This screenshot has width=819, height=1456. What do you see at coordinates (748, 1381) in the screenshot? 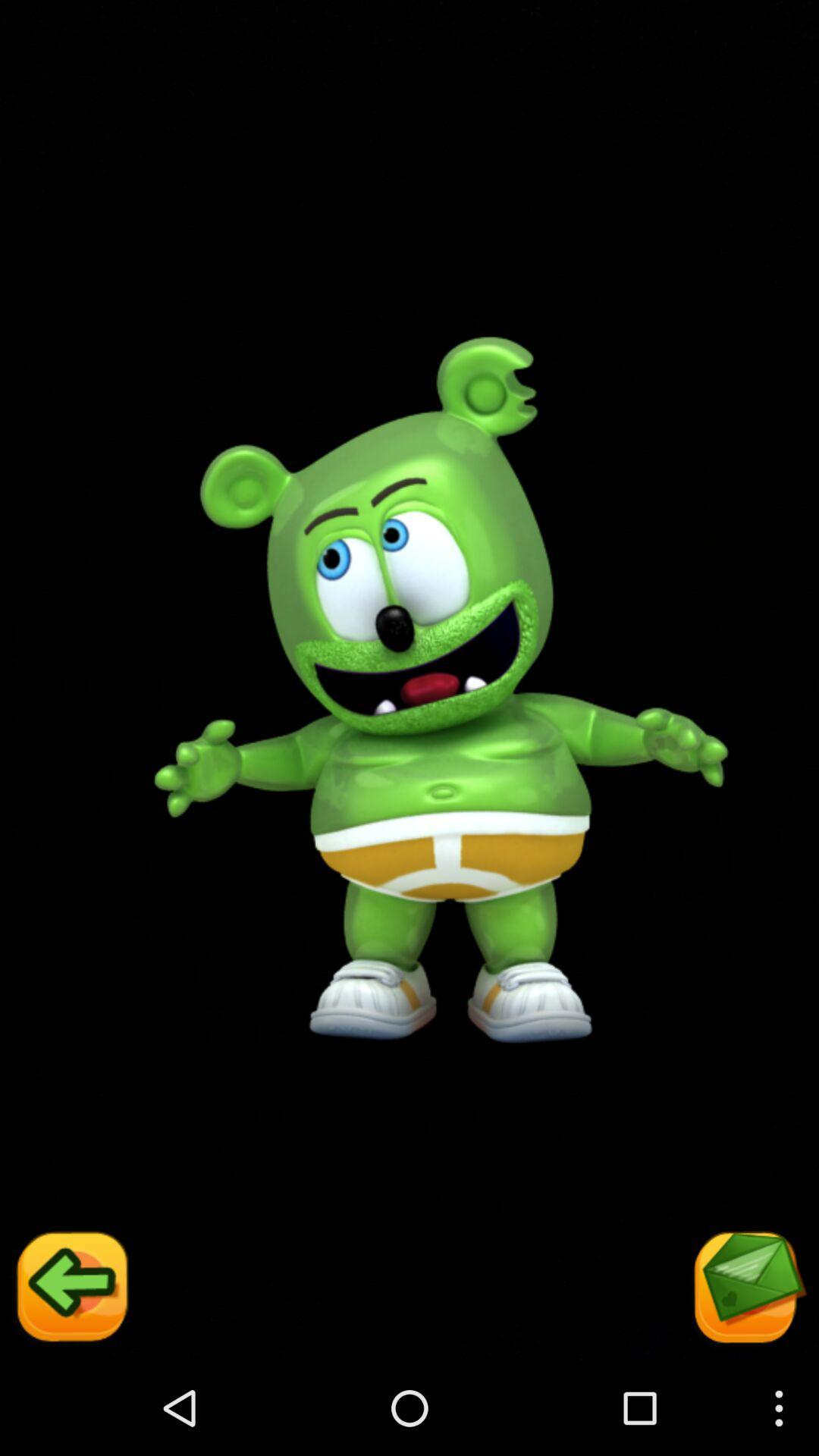
I see `the email icon` at bounding box center [748, 1381].